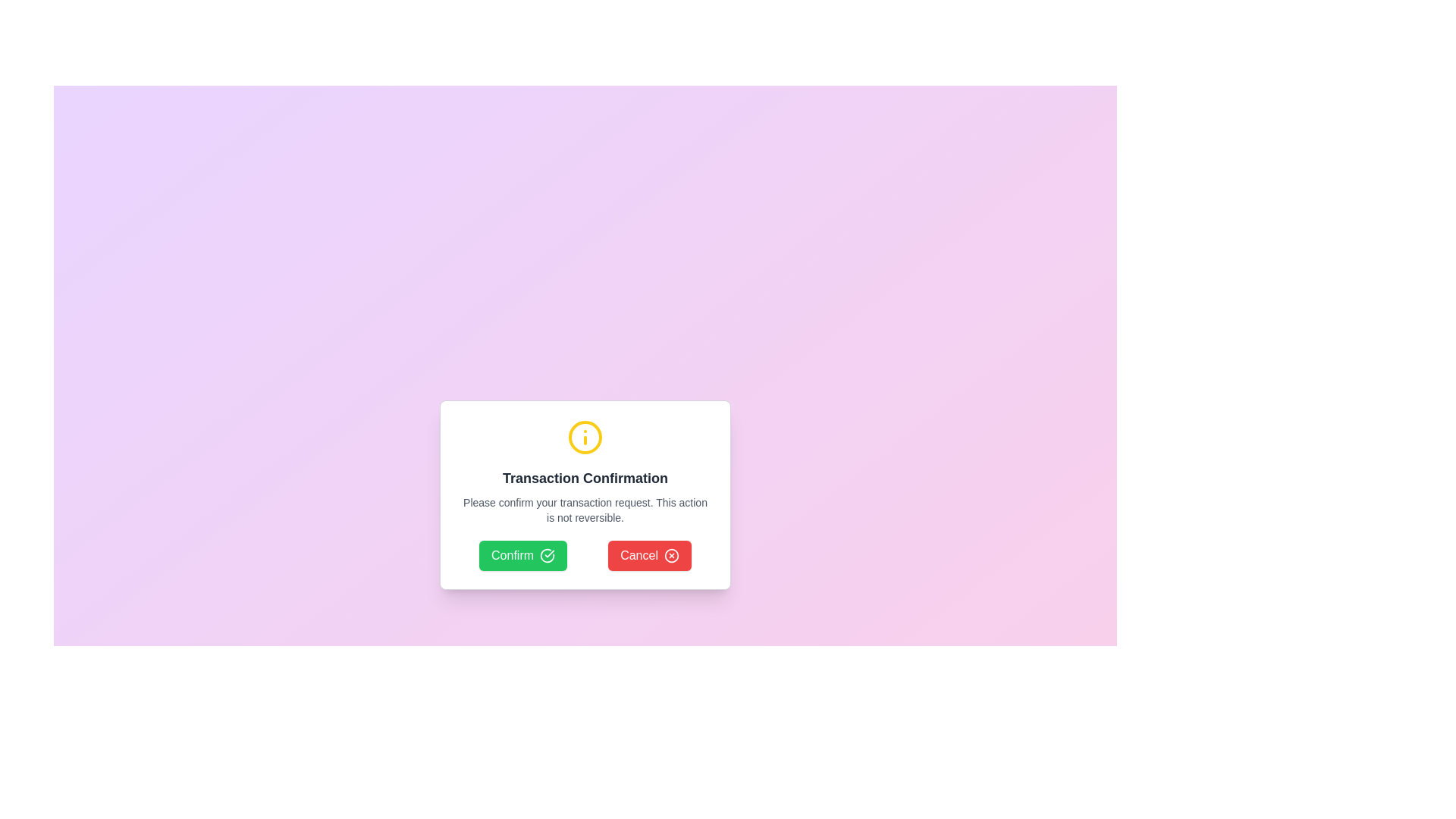 This screenshot has height=819, width=1456. Describe the element at coordinates (650, 555) in the screenshot. I see `the cancel action button located in the bottom right section of the modal dialog, next to the 'Confirm' button` at that location.